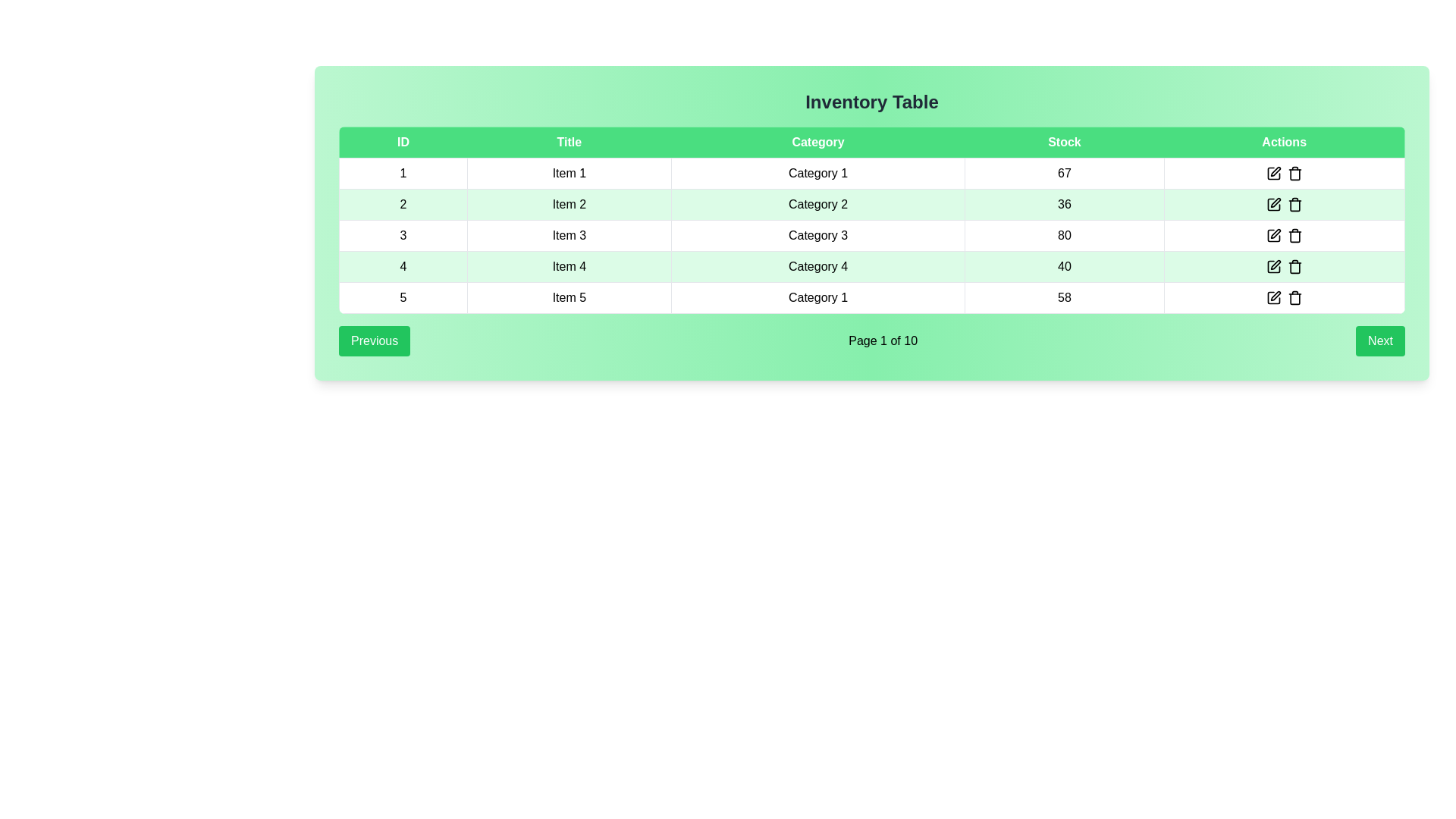  What do you see at coordinates (1294, 172) in the screenshot?
I see `the trash can icon button located in the 'Actions' column of the first row of the table` at bounding box center [1294, 172].